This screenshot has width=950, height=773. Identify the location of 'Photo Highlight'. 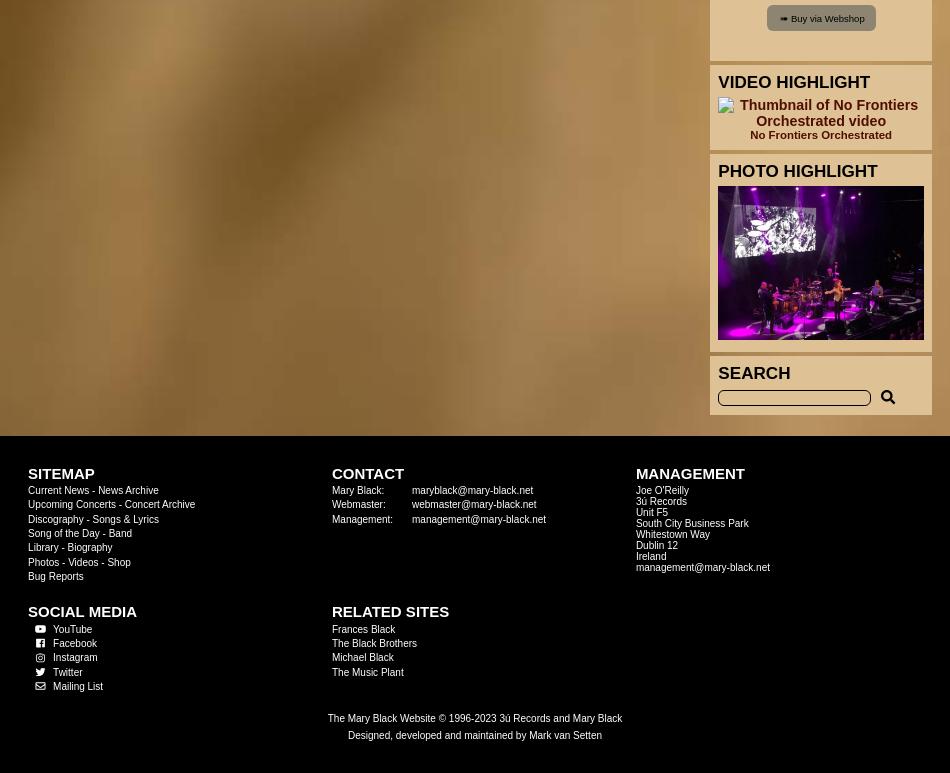
(796, 171).